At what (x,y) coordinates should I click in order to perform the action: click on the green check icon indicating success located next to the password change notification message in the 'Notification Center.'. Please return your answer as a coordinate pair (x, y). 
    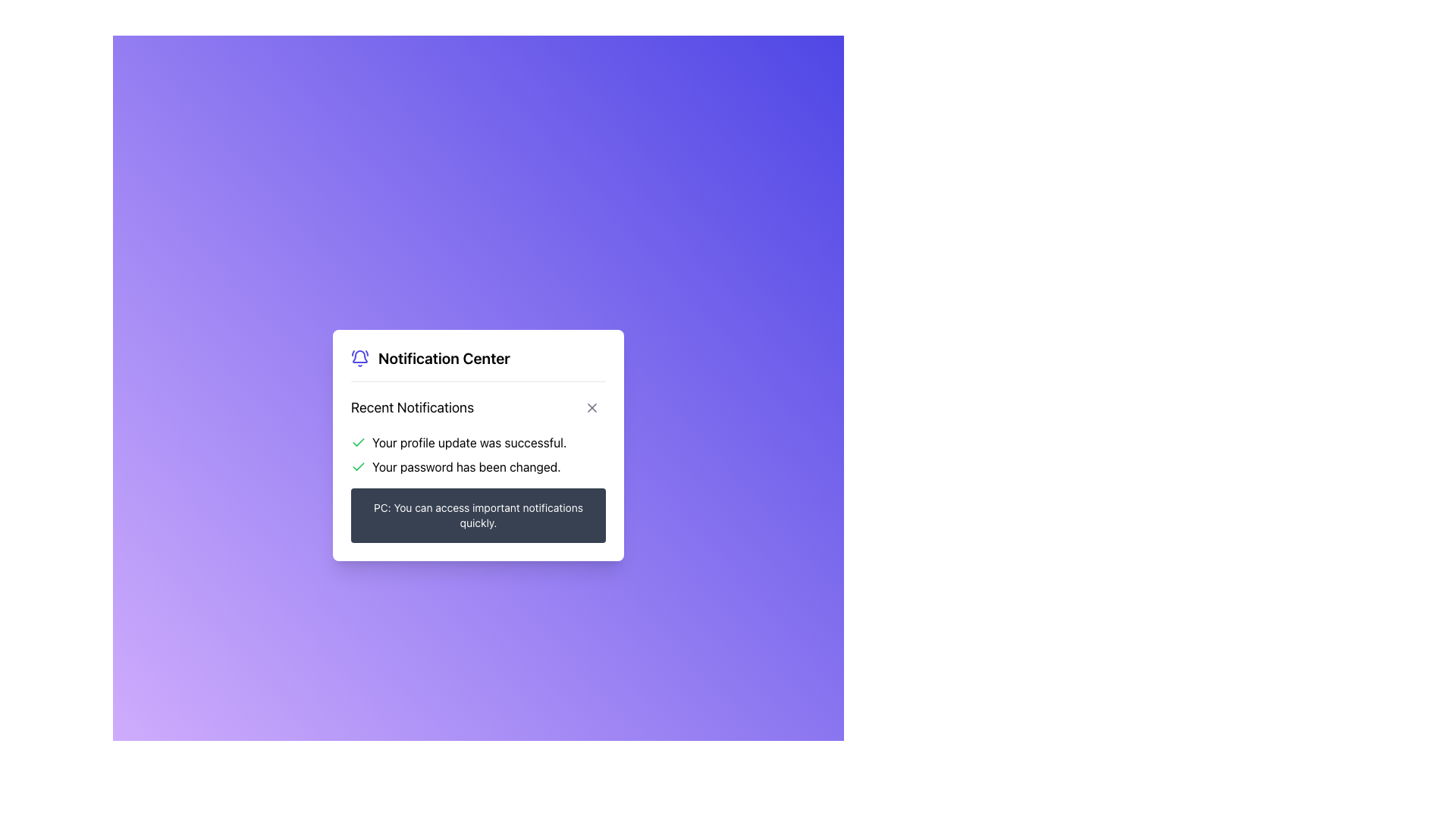
    Looking at the image, I should click on (358, 465).